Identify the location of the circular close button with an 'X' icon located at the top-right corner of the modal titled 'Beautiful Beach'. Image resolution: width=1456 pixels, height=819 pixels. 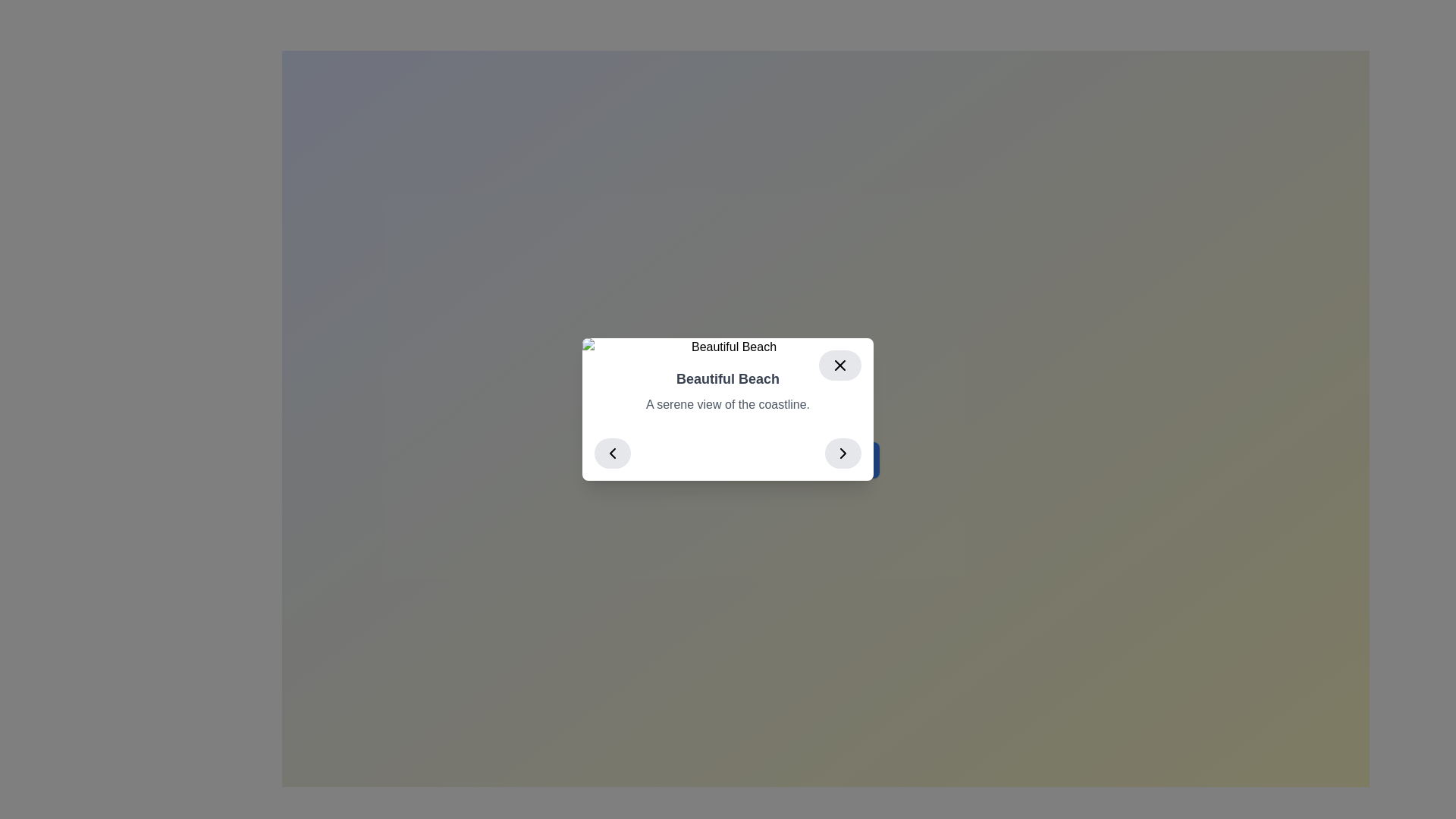
(839, 366).